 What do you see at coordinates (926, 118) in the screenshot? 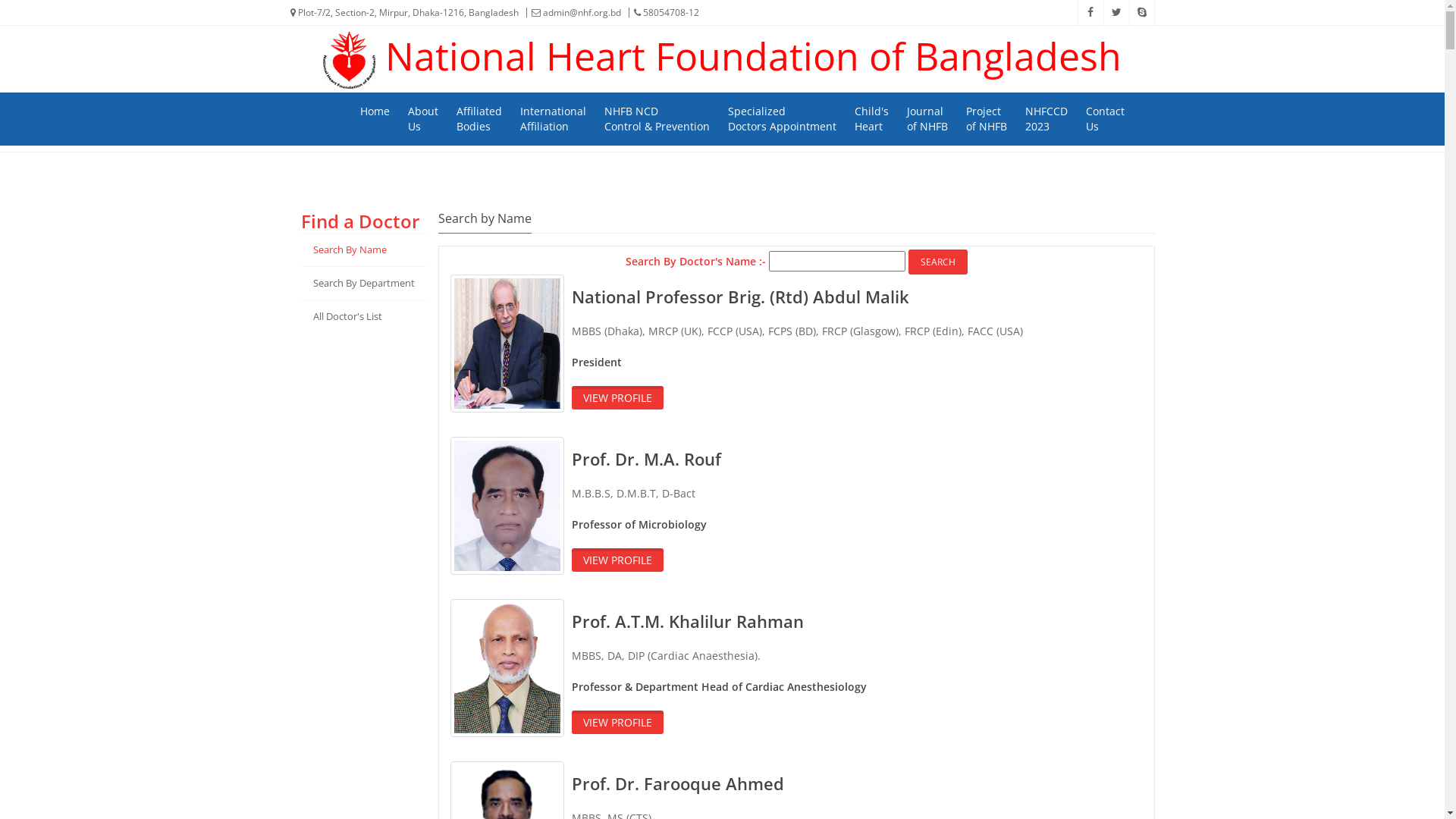
I see `'Journal` at bounding box center [926, 118].